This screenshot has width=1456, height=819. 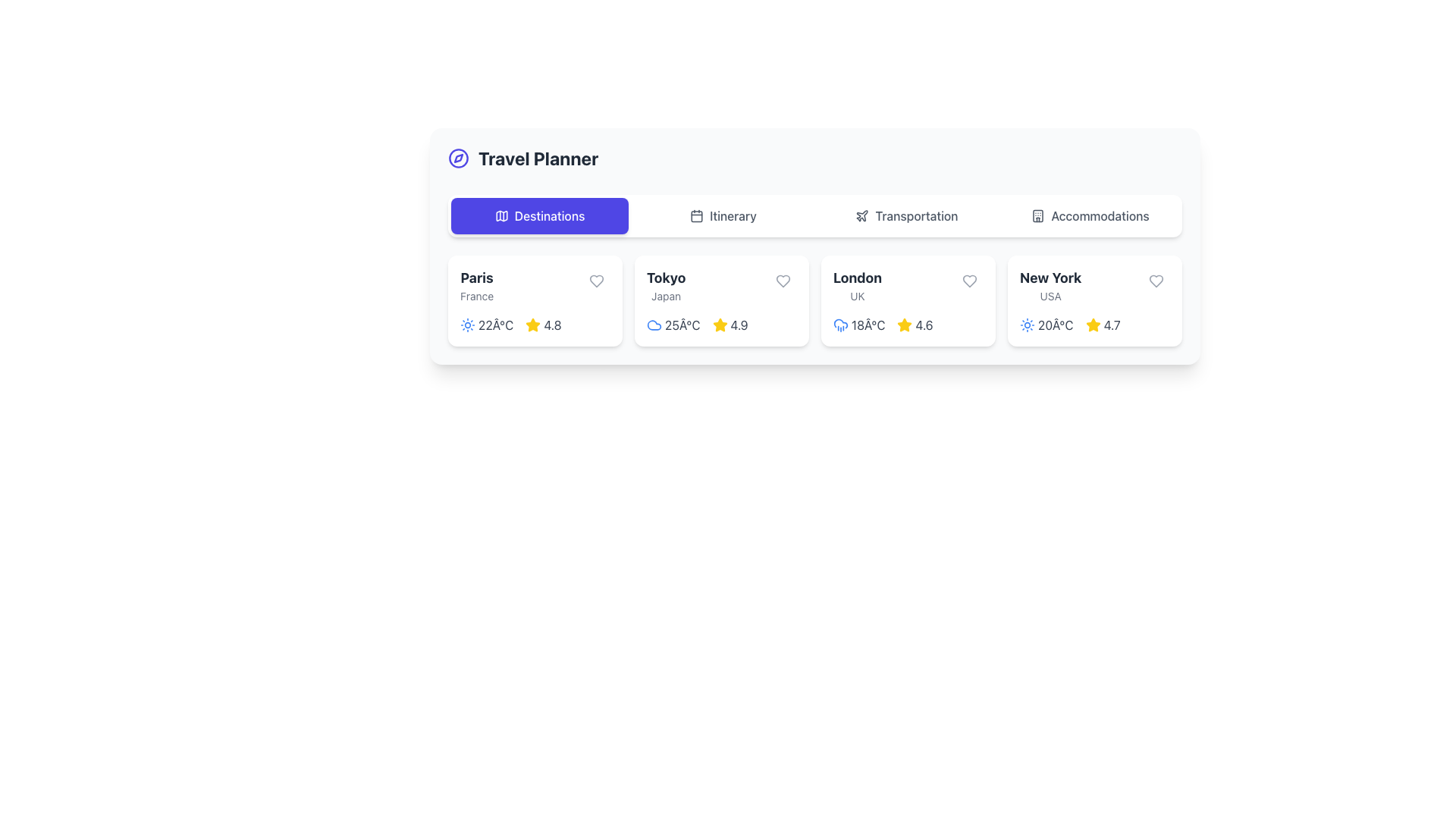 I want to click on the informational card displaying details about London, UK, so click(x=908, y=301).